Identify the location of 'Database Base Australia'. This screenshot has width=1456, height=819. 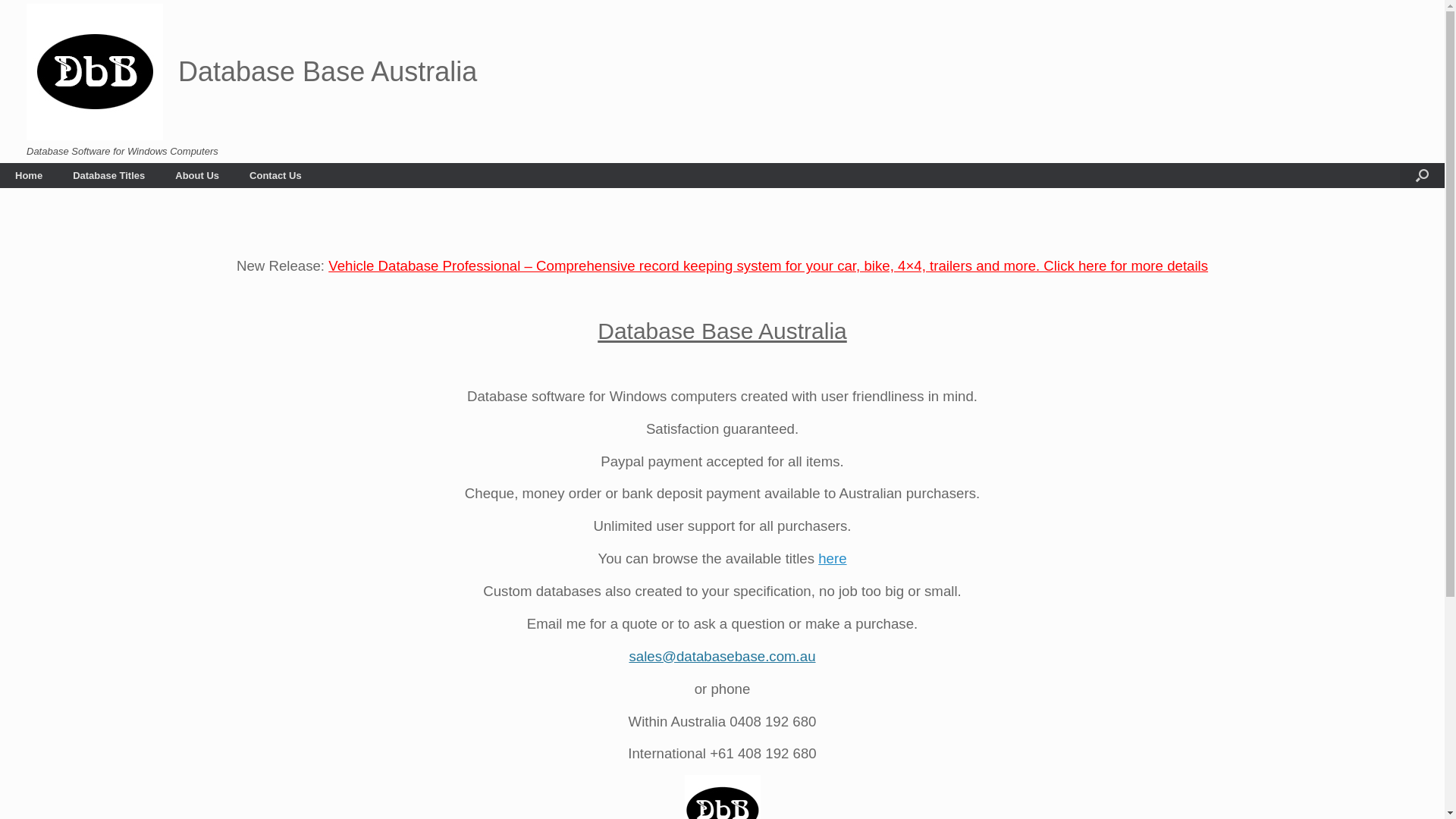
(251, 72).